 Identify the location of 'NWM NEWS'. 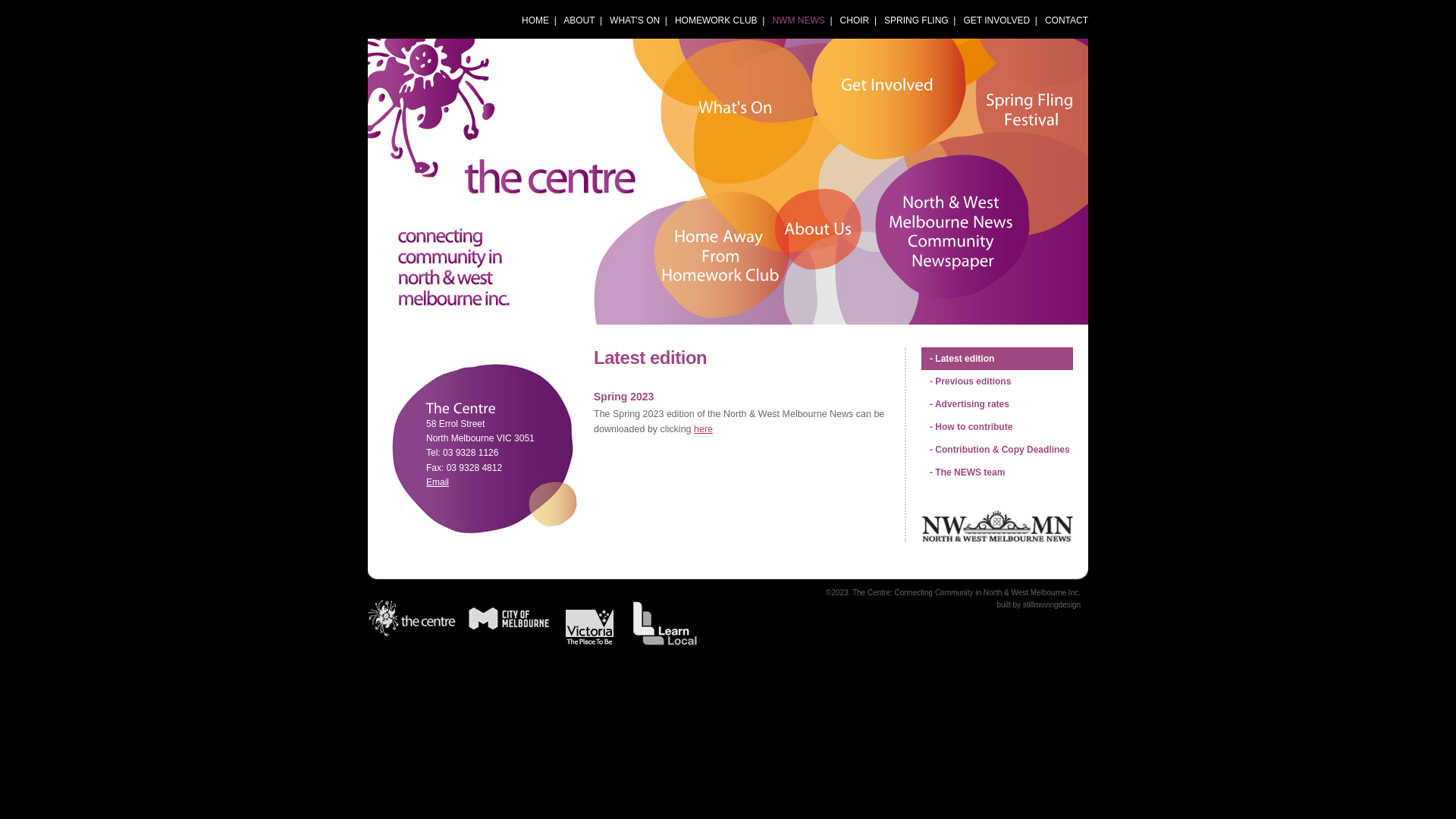
(797, 20).